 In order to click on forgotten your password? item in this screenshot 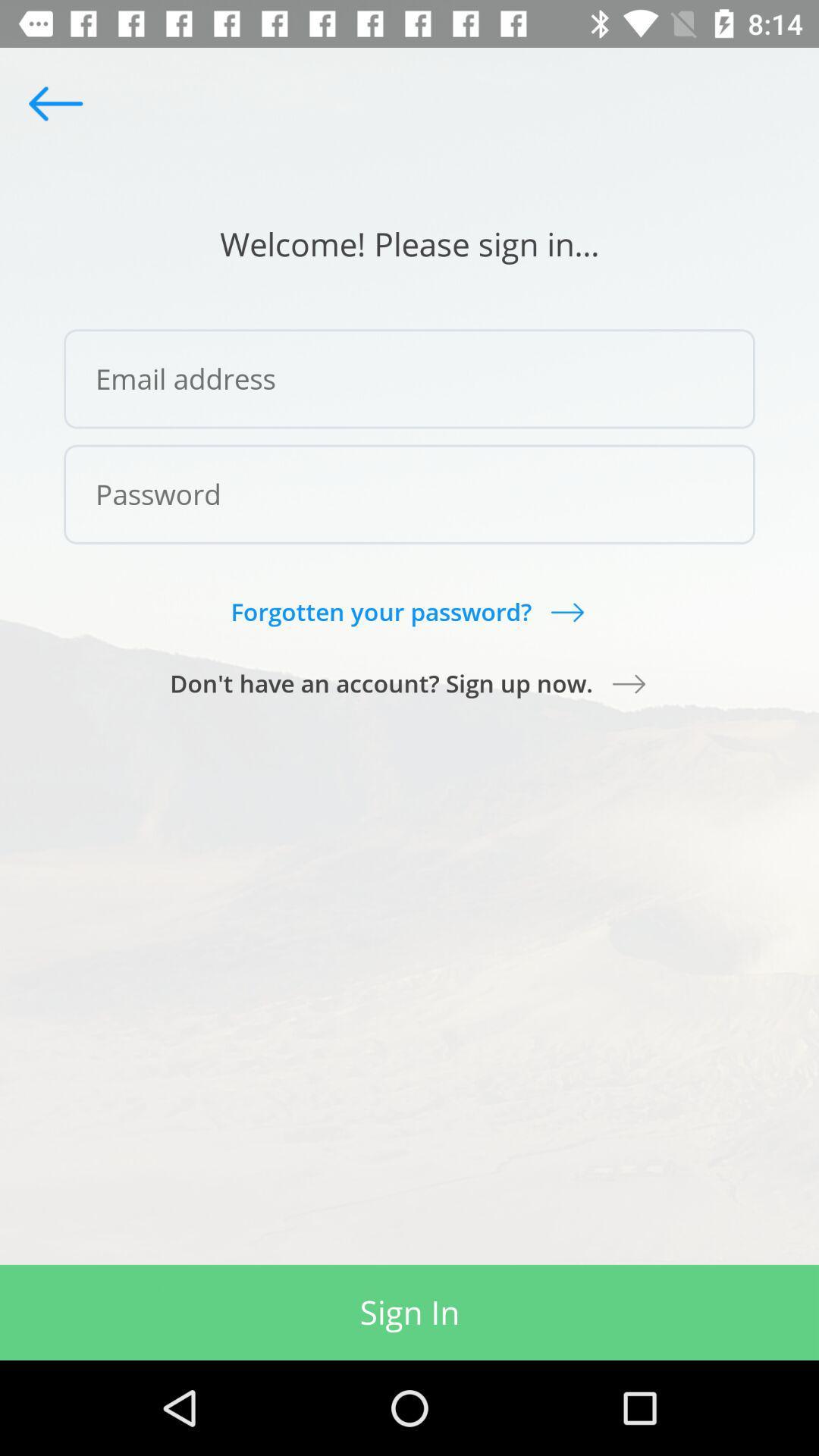, I will do `click(408, 611)`.